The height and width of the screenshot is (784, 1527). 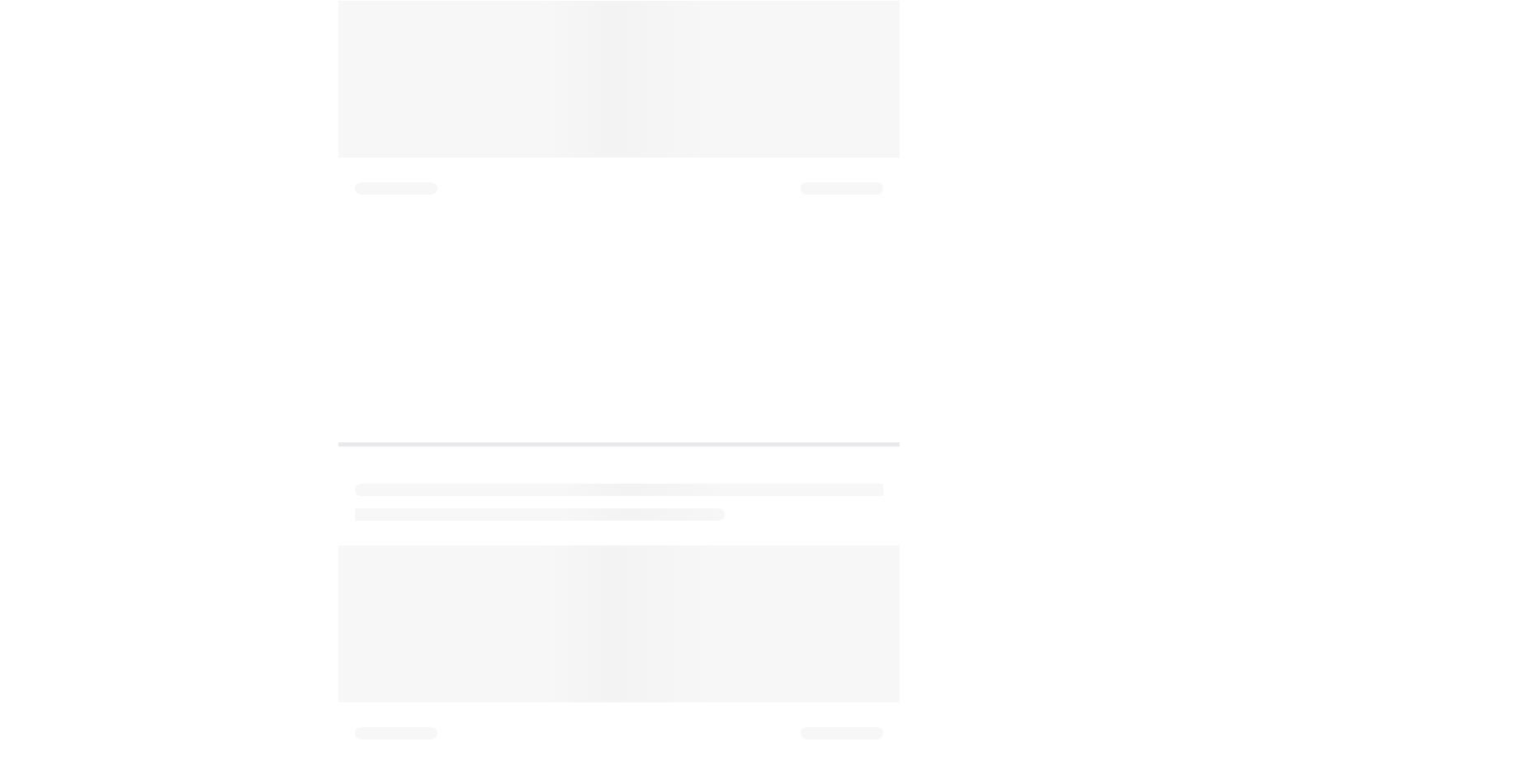 What do you see at coordinates (357, 117) in the screenshot?
I see `'2'` at bounding box center [357, 117].